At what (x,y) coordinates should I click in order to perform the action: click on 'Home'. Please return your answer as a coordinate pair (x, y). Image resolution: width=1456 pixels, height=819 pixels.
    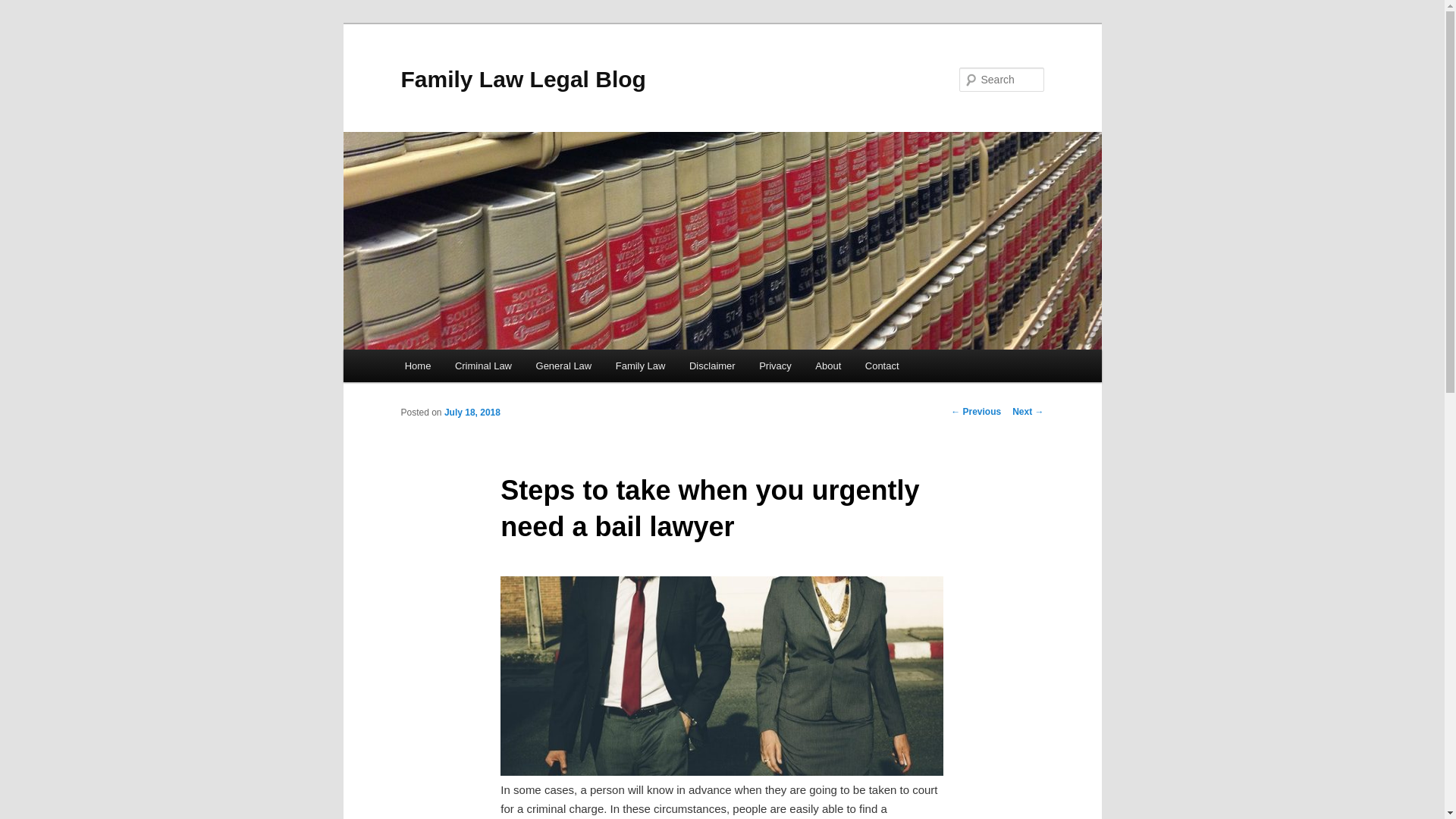
    Looking at the image, I should click on (418, 366).